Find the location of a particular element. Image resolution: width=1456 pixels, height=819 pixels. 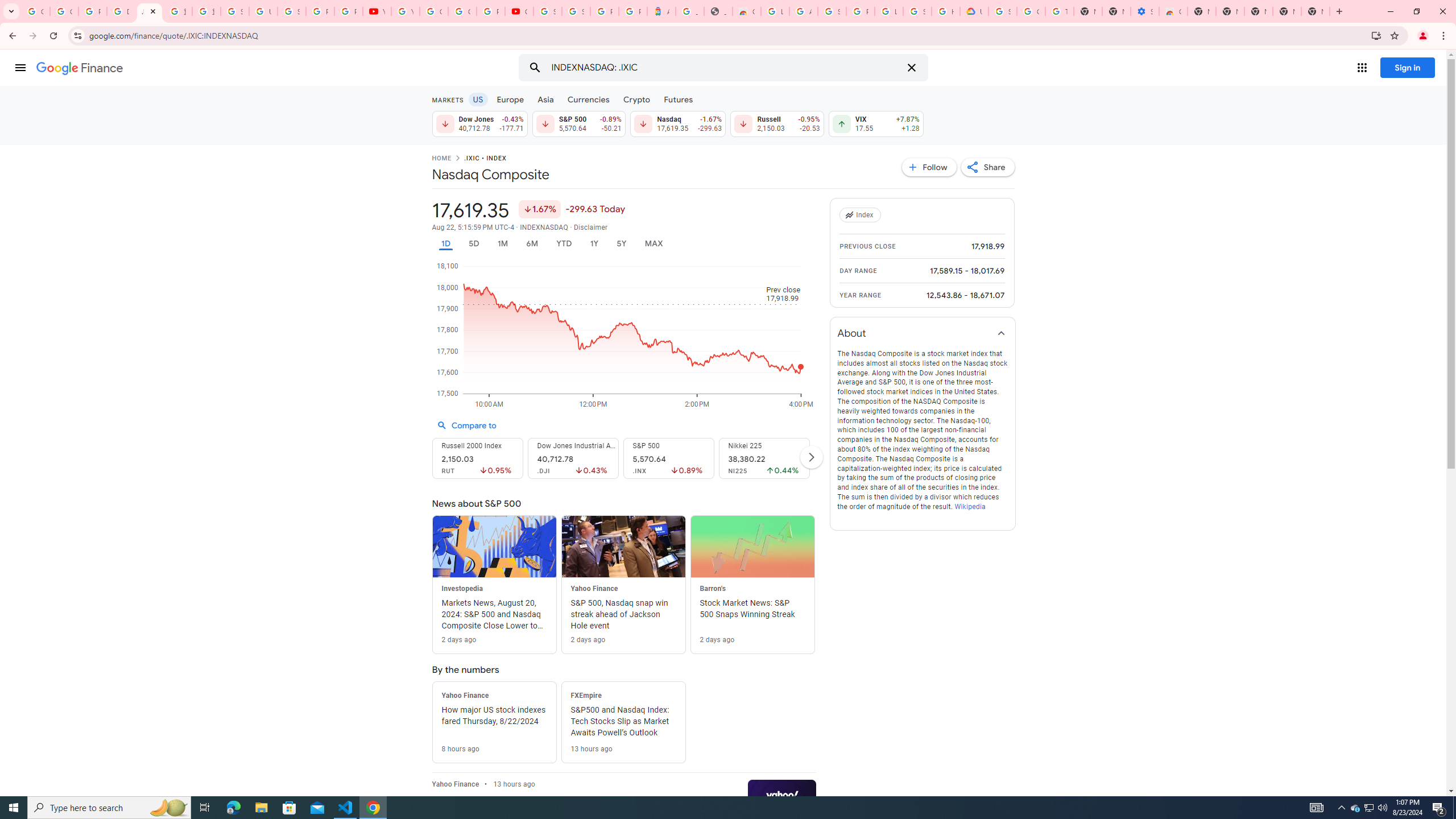

'Settings - Accessibility' is located at coordinates (1145, 11).